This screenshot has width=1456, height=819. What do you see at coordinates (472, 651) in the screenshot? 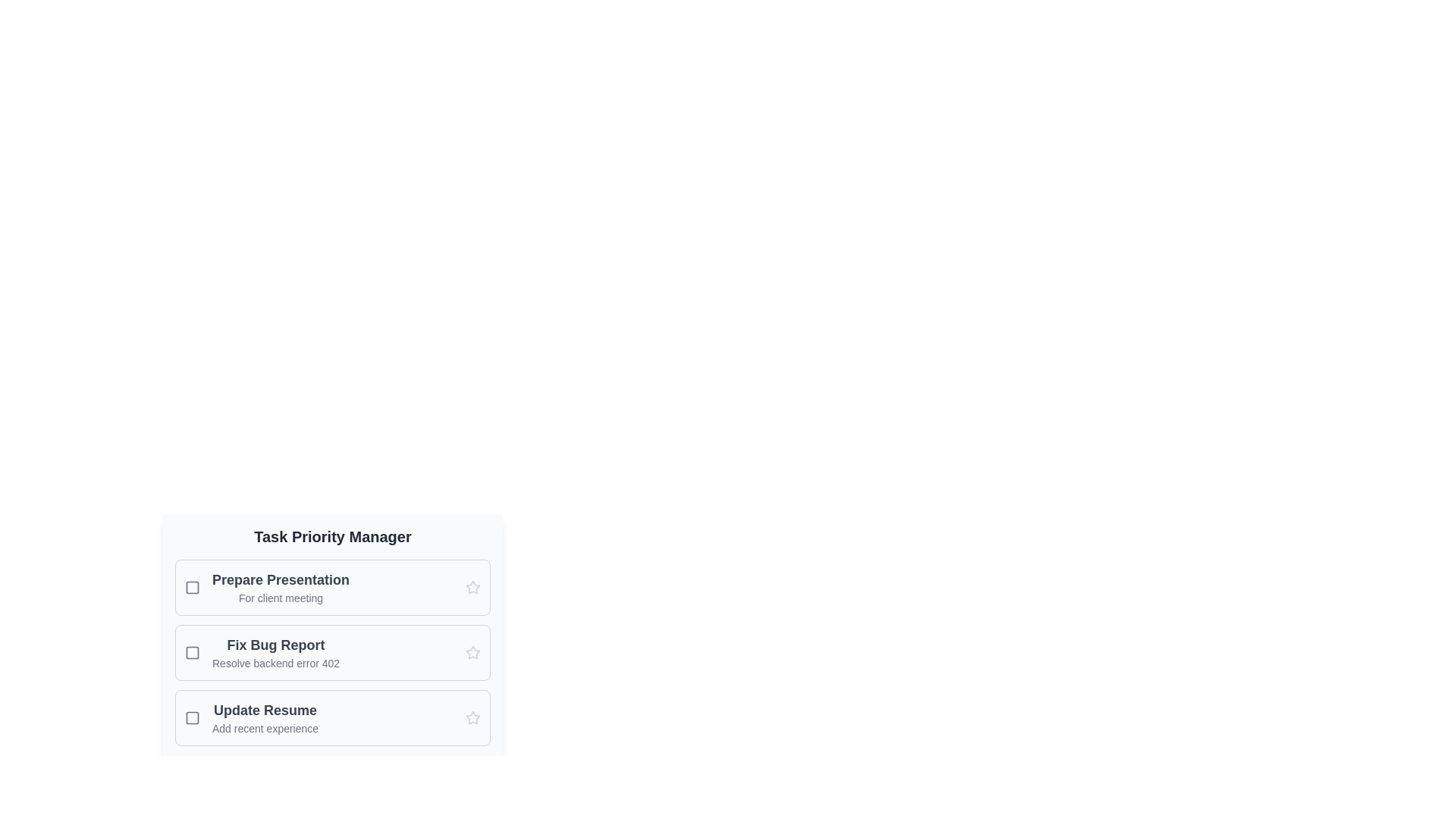
I see `the star-shaped icon located at the far right end of the task entry panel labeled 'Fix Bug Report Resolve backend error 402'` at bounding box center [472, 651].